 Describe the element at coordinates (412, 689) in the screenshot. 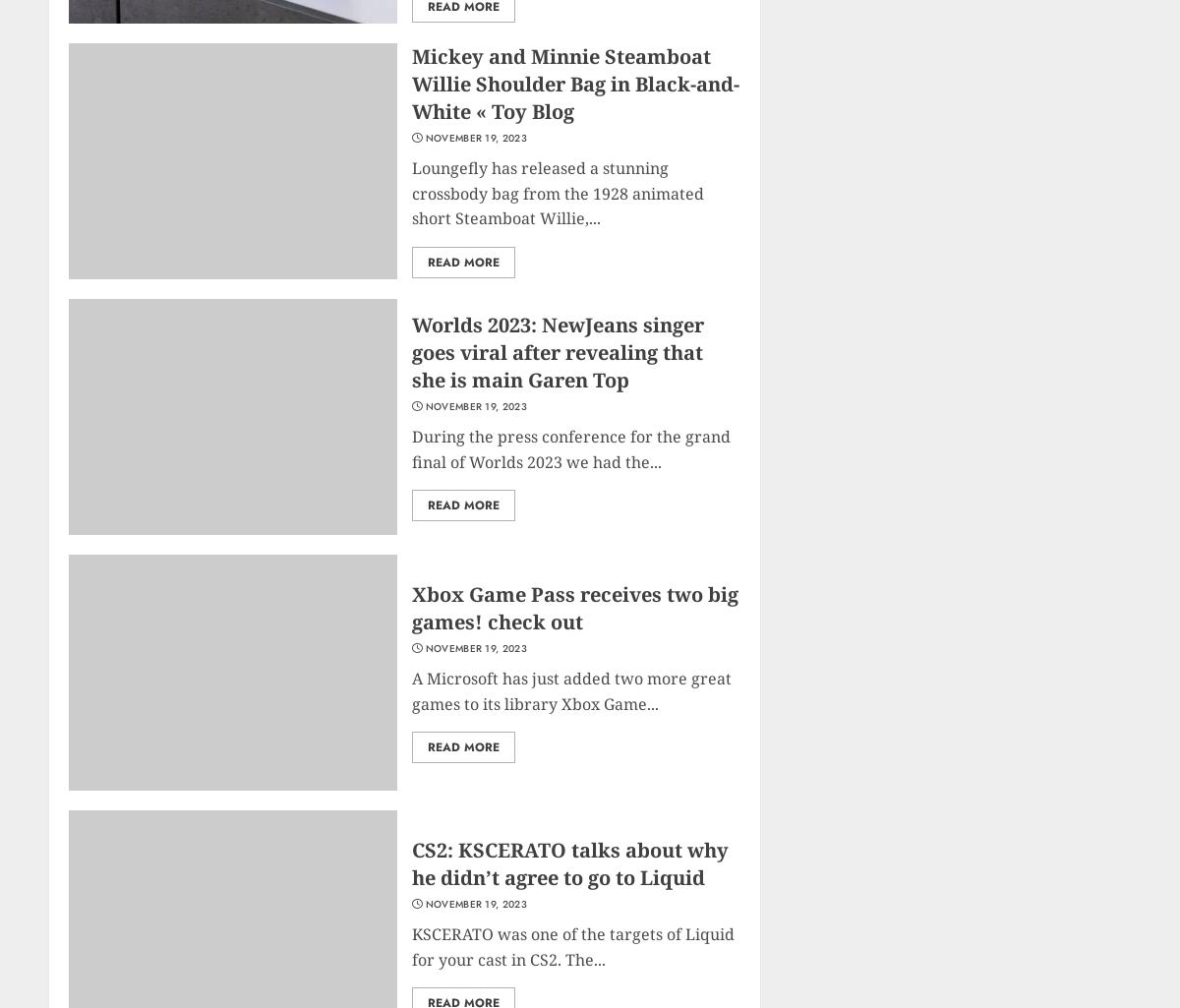

I see `'A Microsoft has just added two more great games to its library Xbox Game...'` at that location.